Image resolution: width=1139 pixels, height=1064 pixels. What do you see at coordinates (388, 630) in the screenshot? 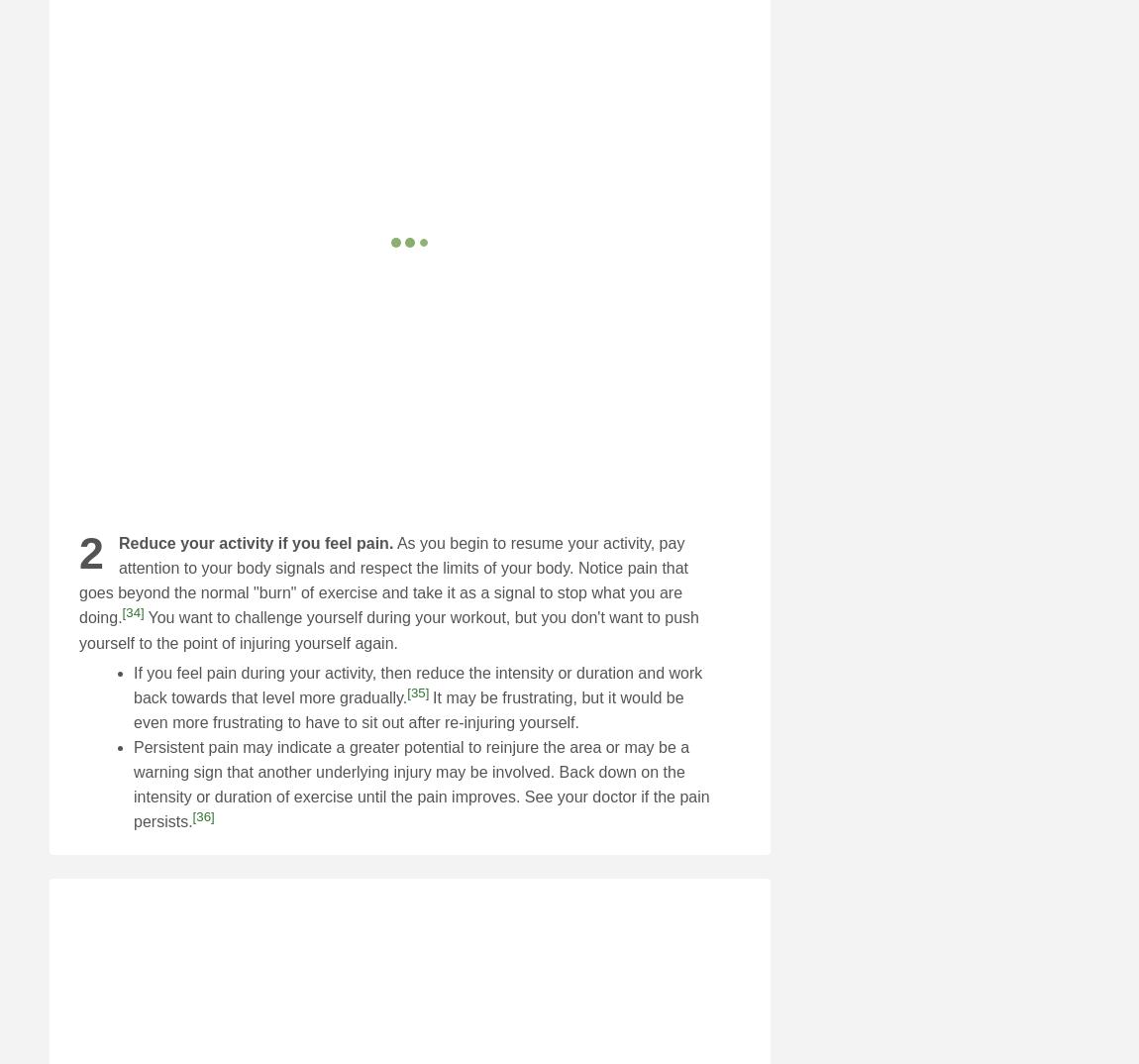
I see `'You want to challenge yourself during your workout, but you don't want to push yourself to the point of injuring yourself again.'` at bounding box center [388, 630].